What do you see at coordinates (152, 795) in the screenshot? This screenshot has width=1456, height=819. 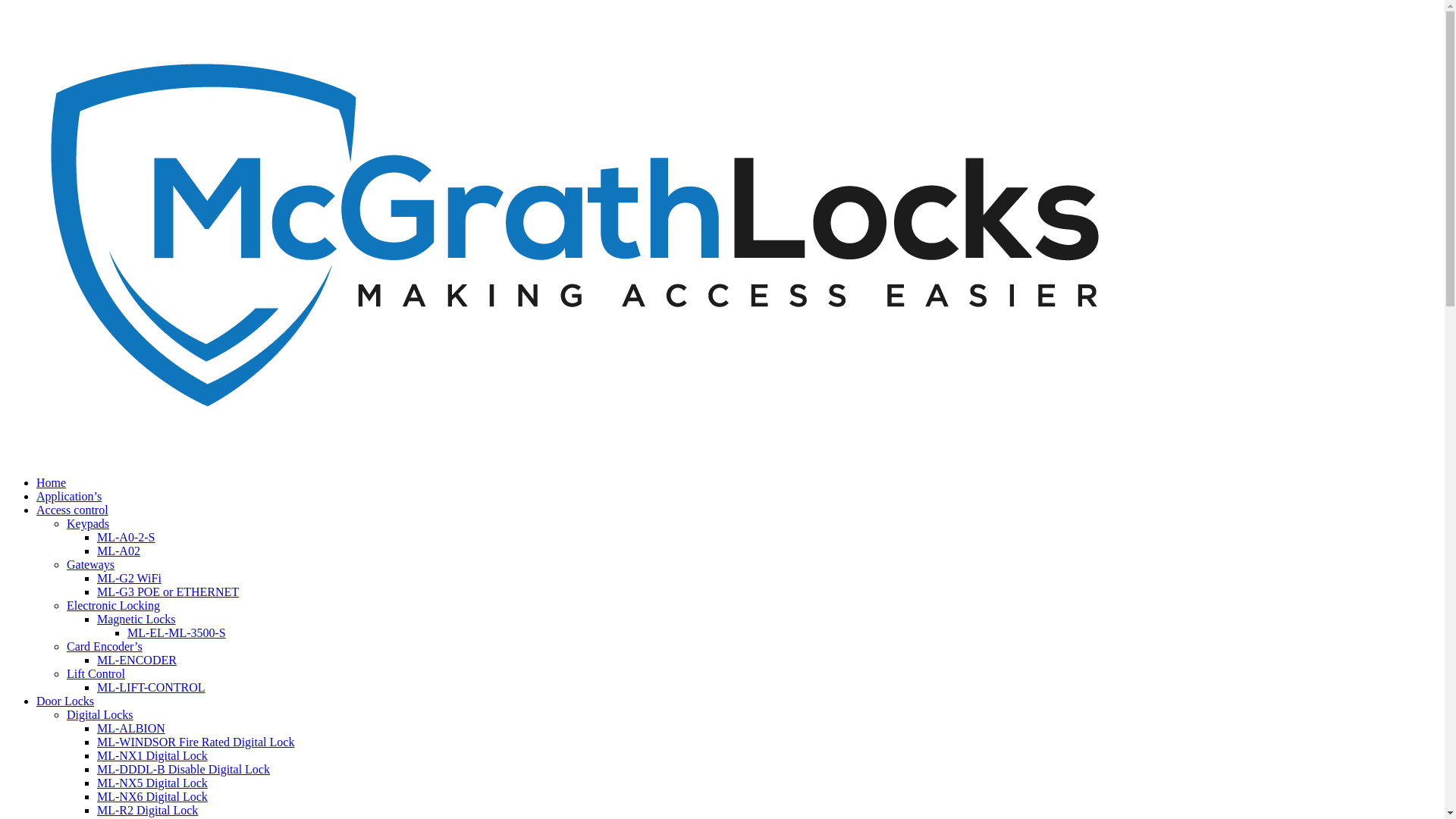 I see `'ML-NX6 Digital Lock'` at bounding box center [152, 795].